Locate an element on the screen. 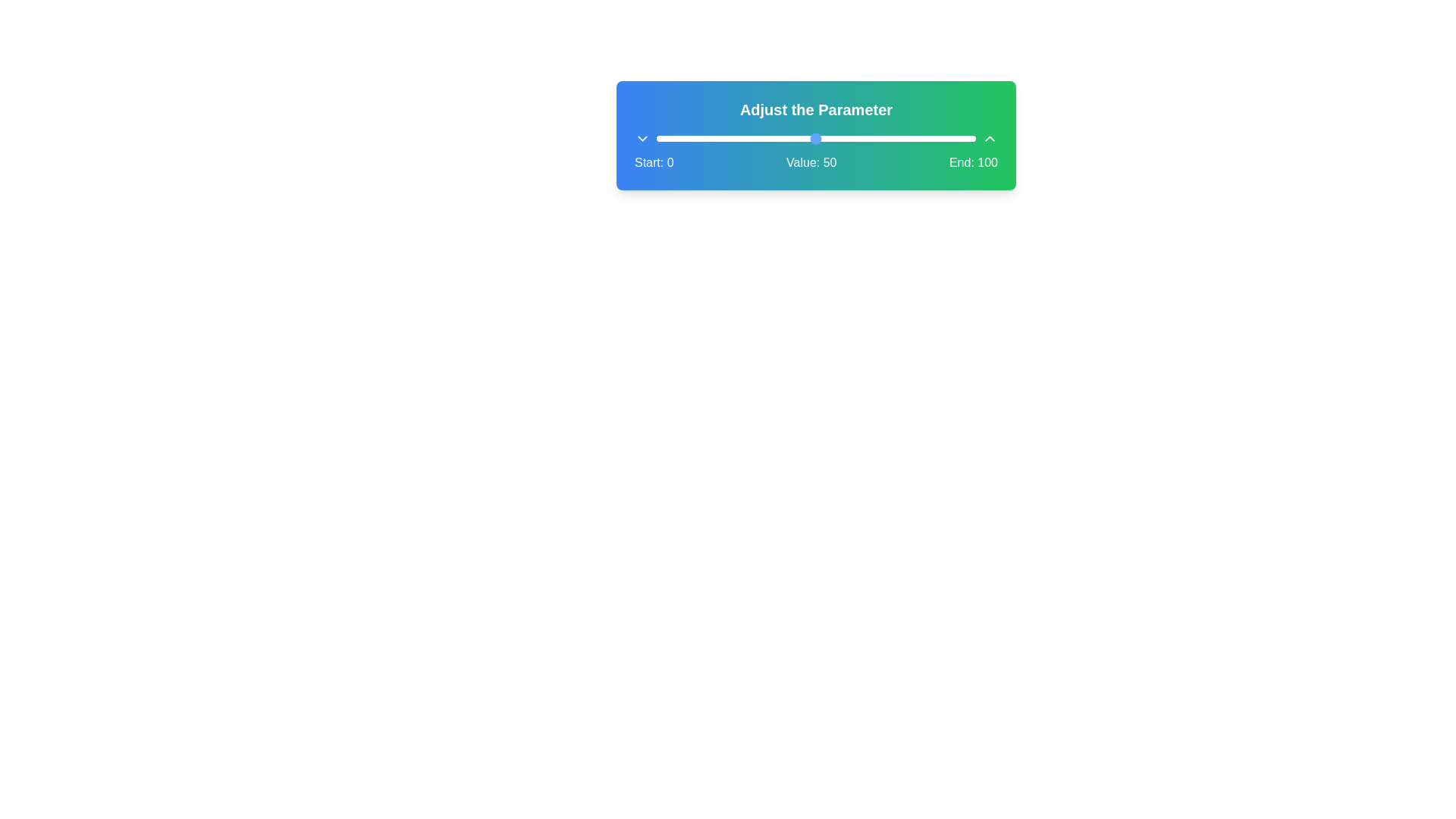 The image size is (1456, 819). the text label that reads 'Adjust the Parameter', which is displayed in bold and large white font against a gradient background transitioning from blue to green is located at coordinates (815, 109).